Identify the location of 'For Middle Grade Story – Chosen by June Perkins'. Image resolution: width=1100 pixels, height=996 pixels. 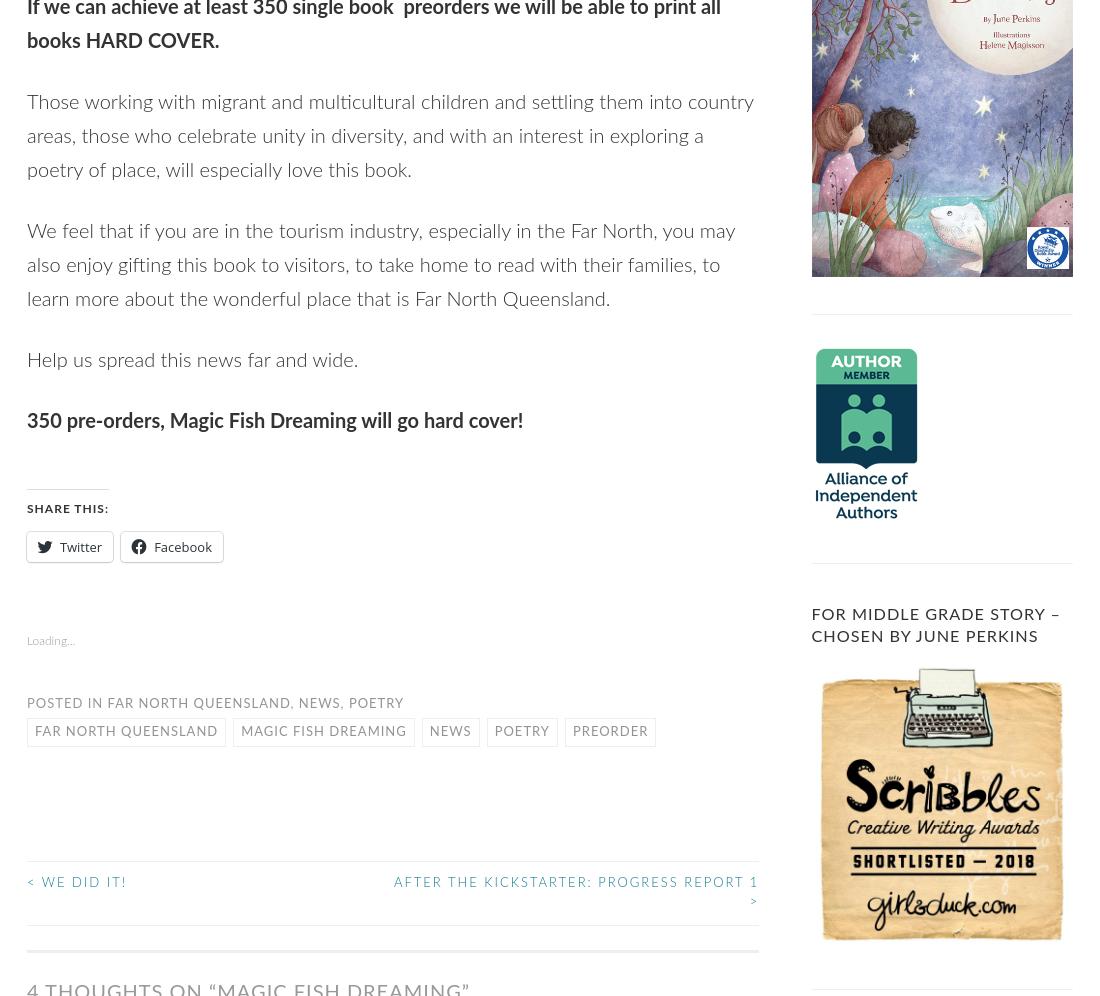
(935, 624).